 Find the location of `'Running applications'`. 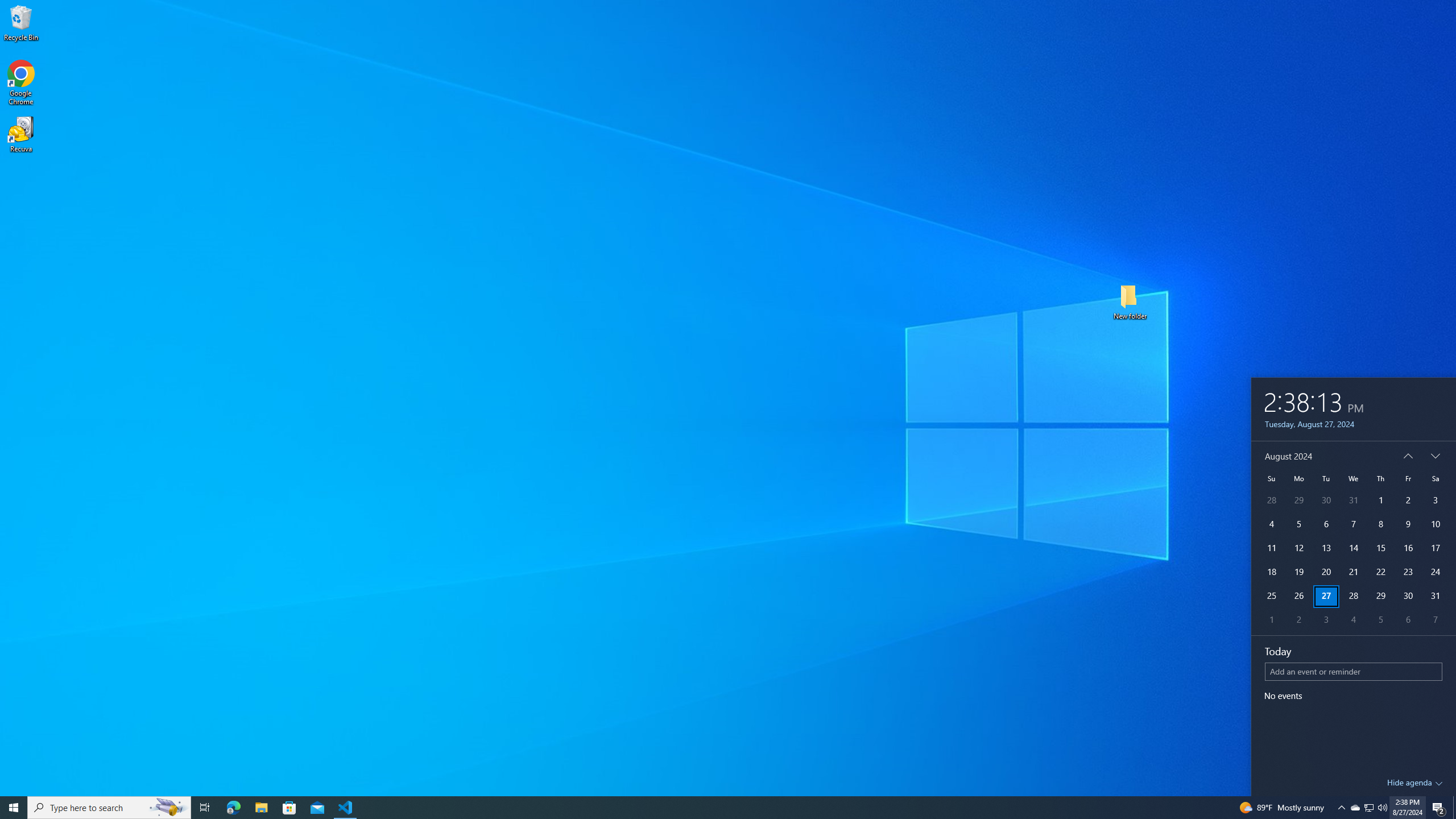

'Running applications' is located at coordinates (717, 806).